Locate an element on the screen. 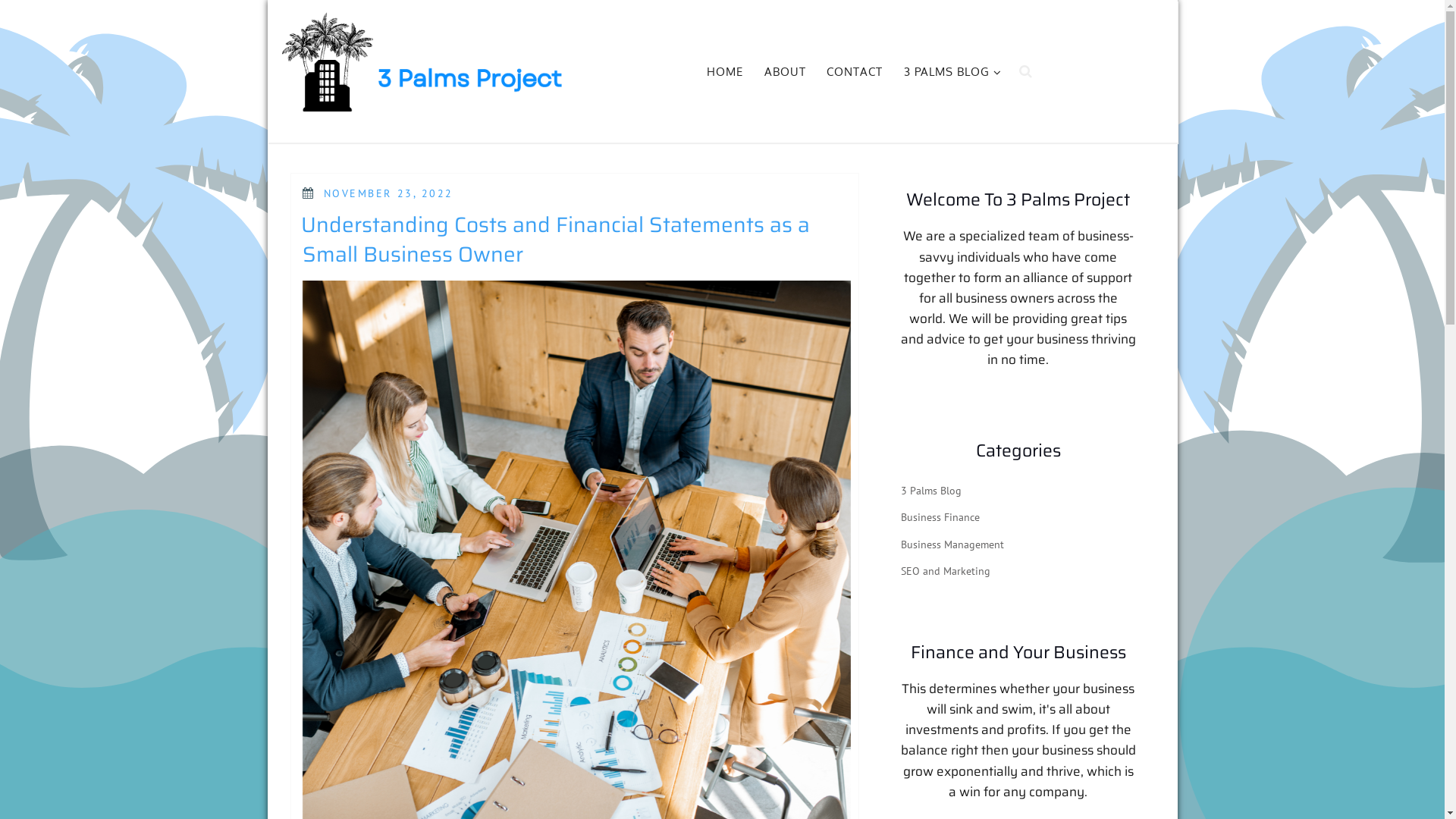 Image resolution: width=1456 pixels, height=819 pixels. '3 PALMS BLOG' is located at coordinates (949, 72).